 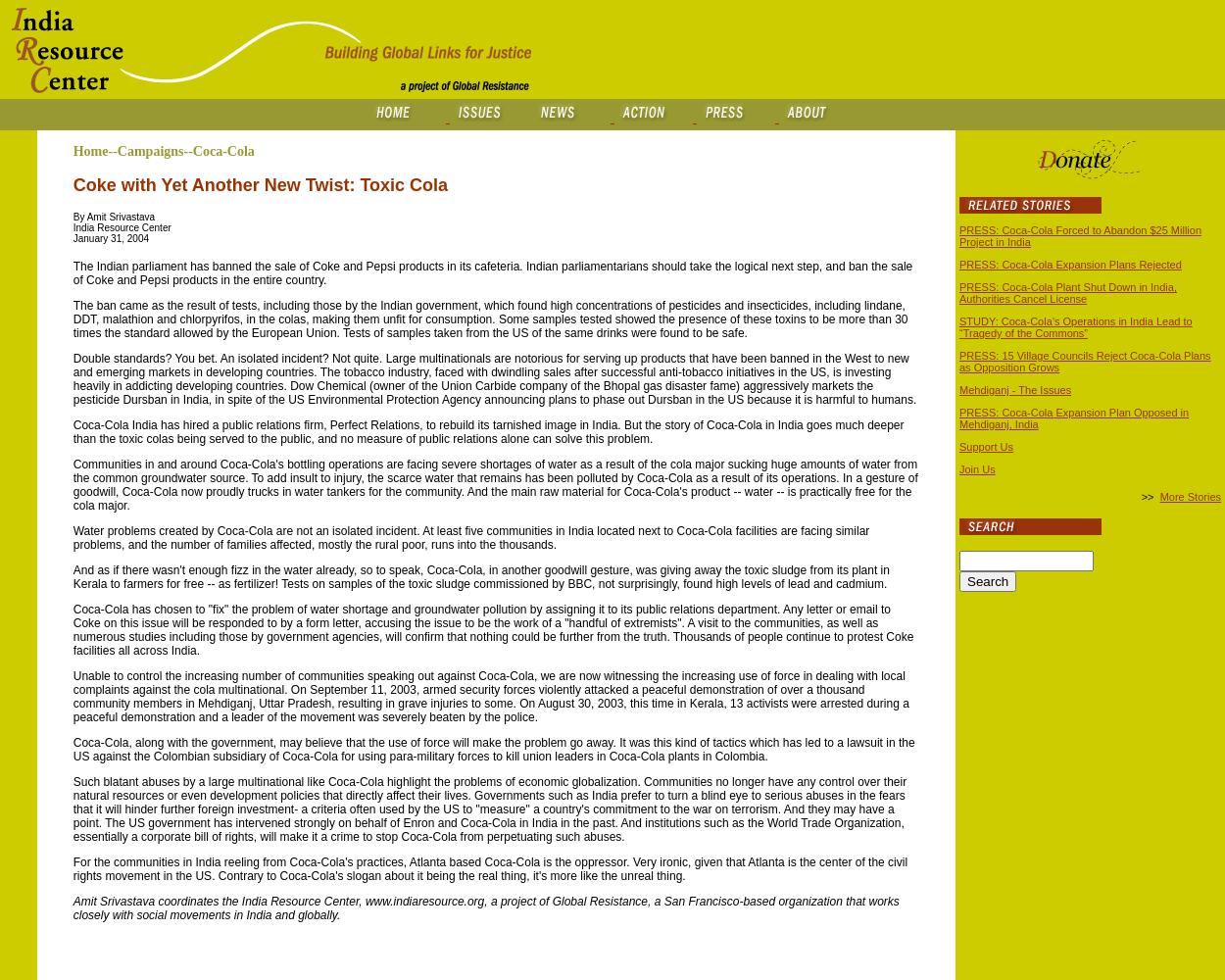 I want to click on 'Coca-Cola India has hired a public relations firm, Perfect Relations, to rebuild its tarnished image in India. But the story of Coca-Cola in India goes much deeper than the toxic colas being served to the public, and no measure of public relations alone can solve this problem.', so click(x=72, y=431).